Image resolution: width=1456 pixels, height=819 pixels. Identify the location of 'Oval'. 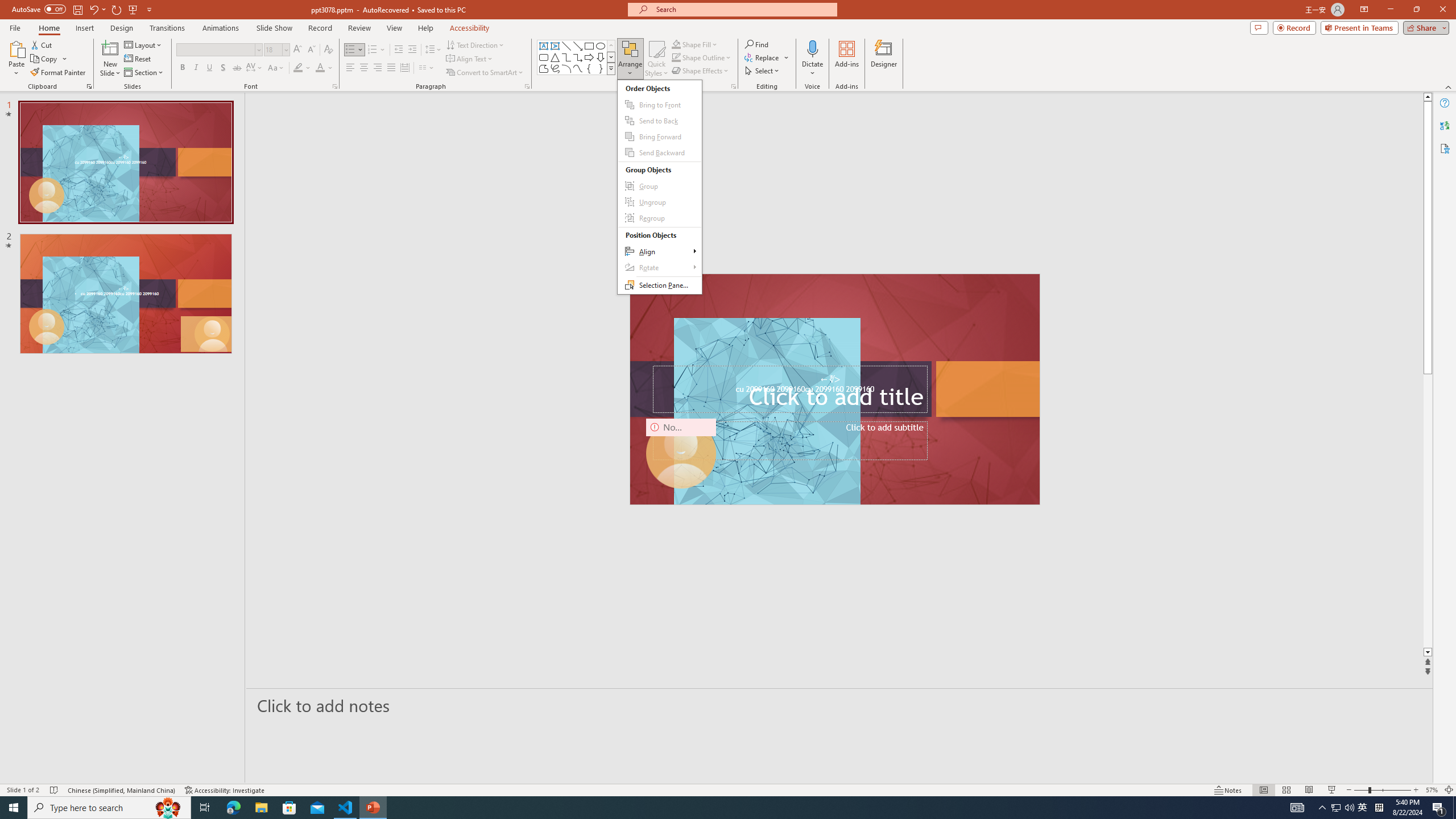
(600, 45).